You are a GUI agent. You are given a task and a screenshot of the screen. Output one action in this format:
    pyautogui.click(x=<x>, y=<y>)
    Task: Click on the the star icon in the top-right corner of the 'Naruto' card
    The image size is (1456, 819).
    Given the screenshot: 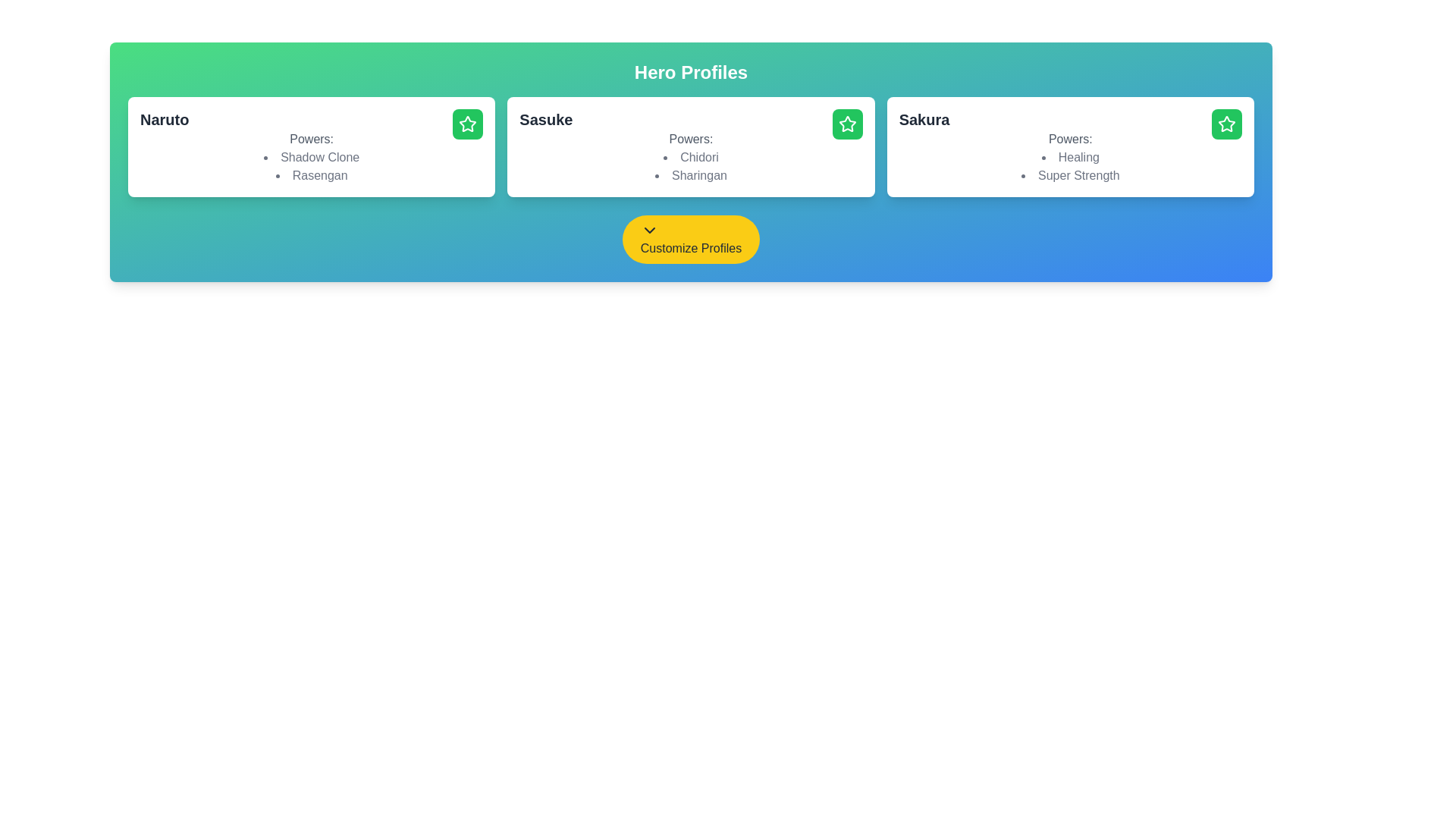 What is the action you would take?
    pyautogui.click(x=467, y=123)
    